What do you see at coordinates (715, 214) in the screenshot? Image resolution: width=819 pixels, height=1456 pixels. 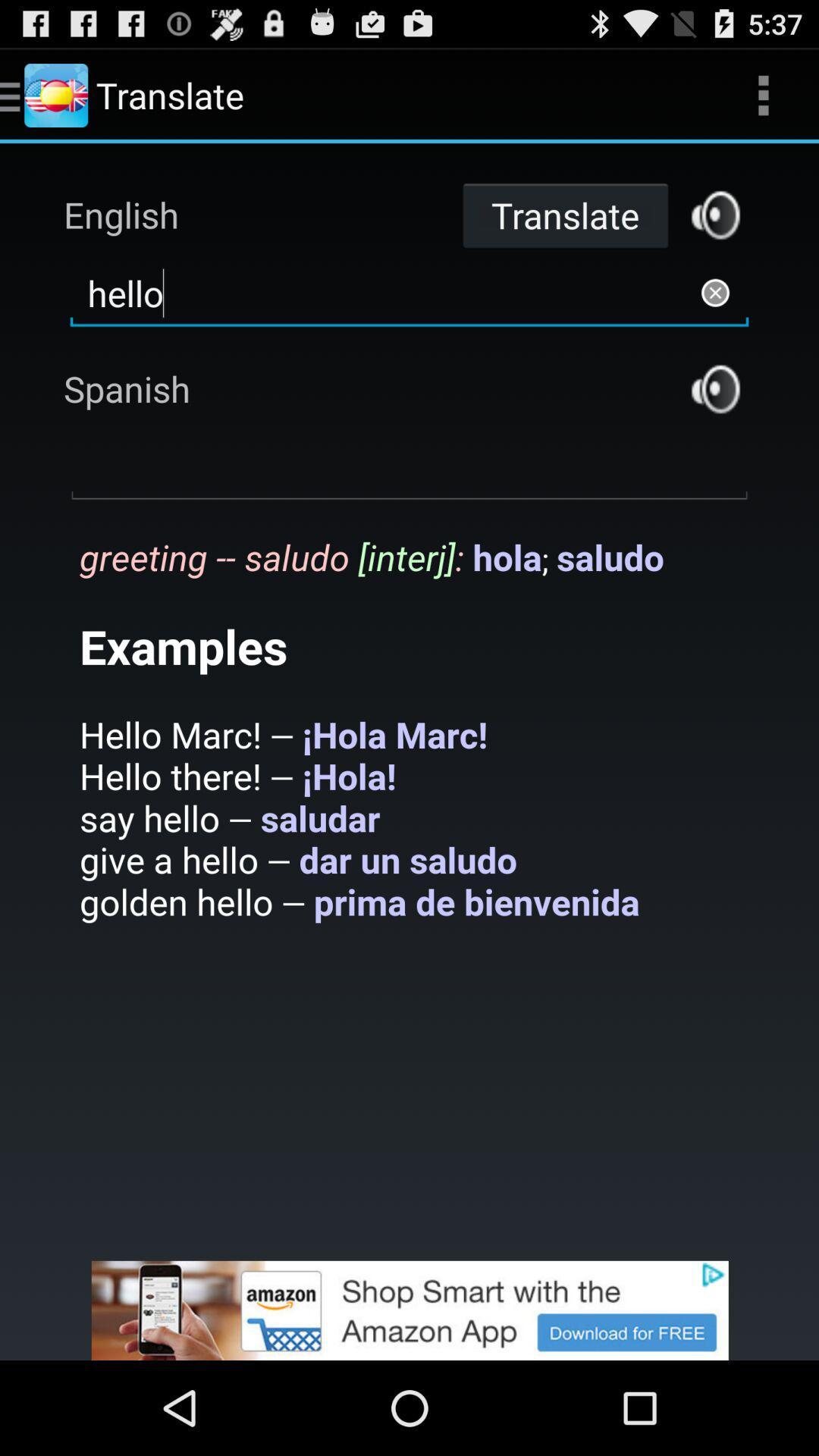 I see `translate` at bounding box center [715, 214].